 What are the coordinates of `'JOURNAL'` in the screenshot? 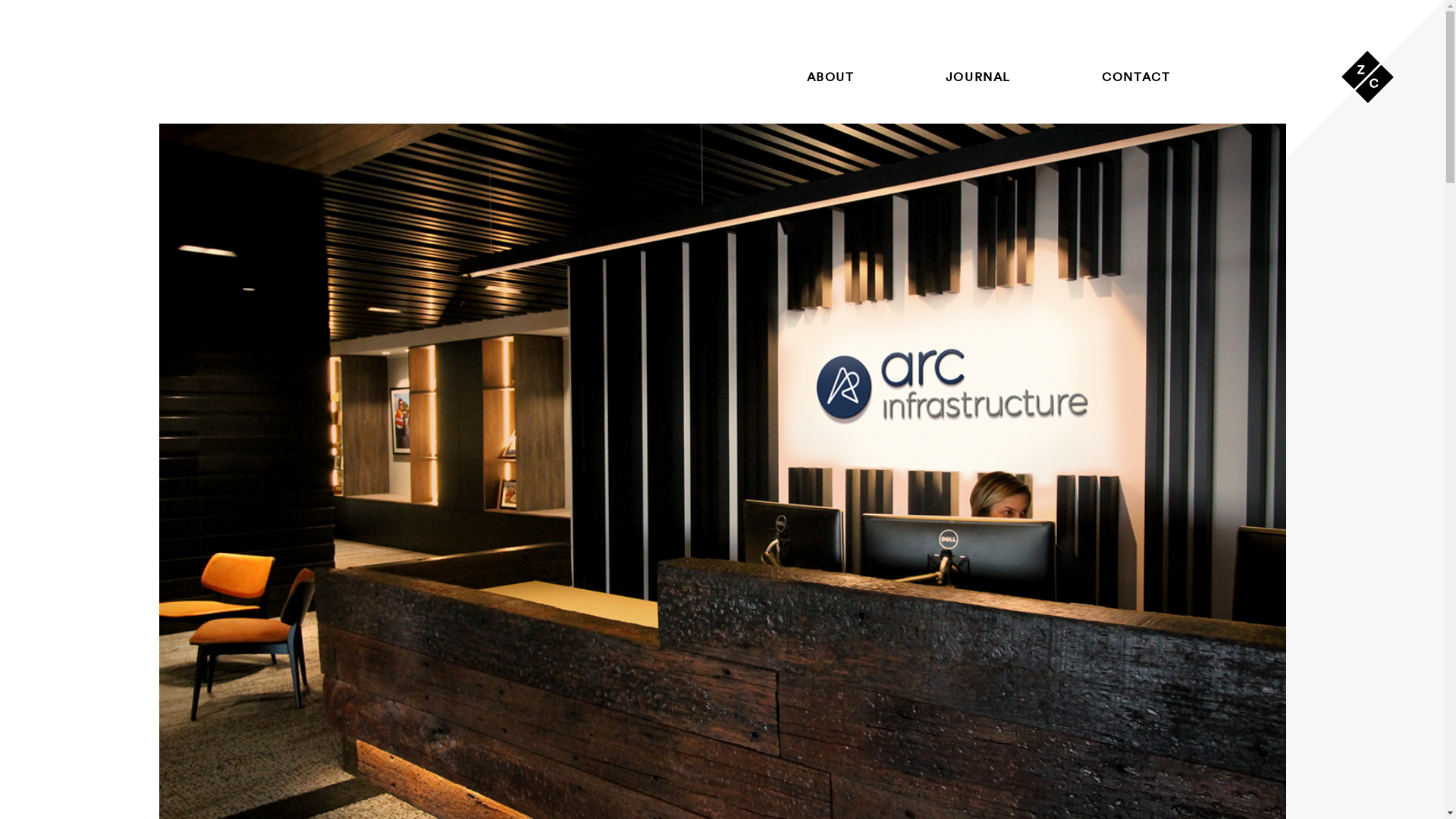 It's located at (978, 77).